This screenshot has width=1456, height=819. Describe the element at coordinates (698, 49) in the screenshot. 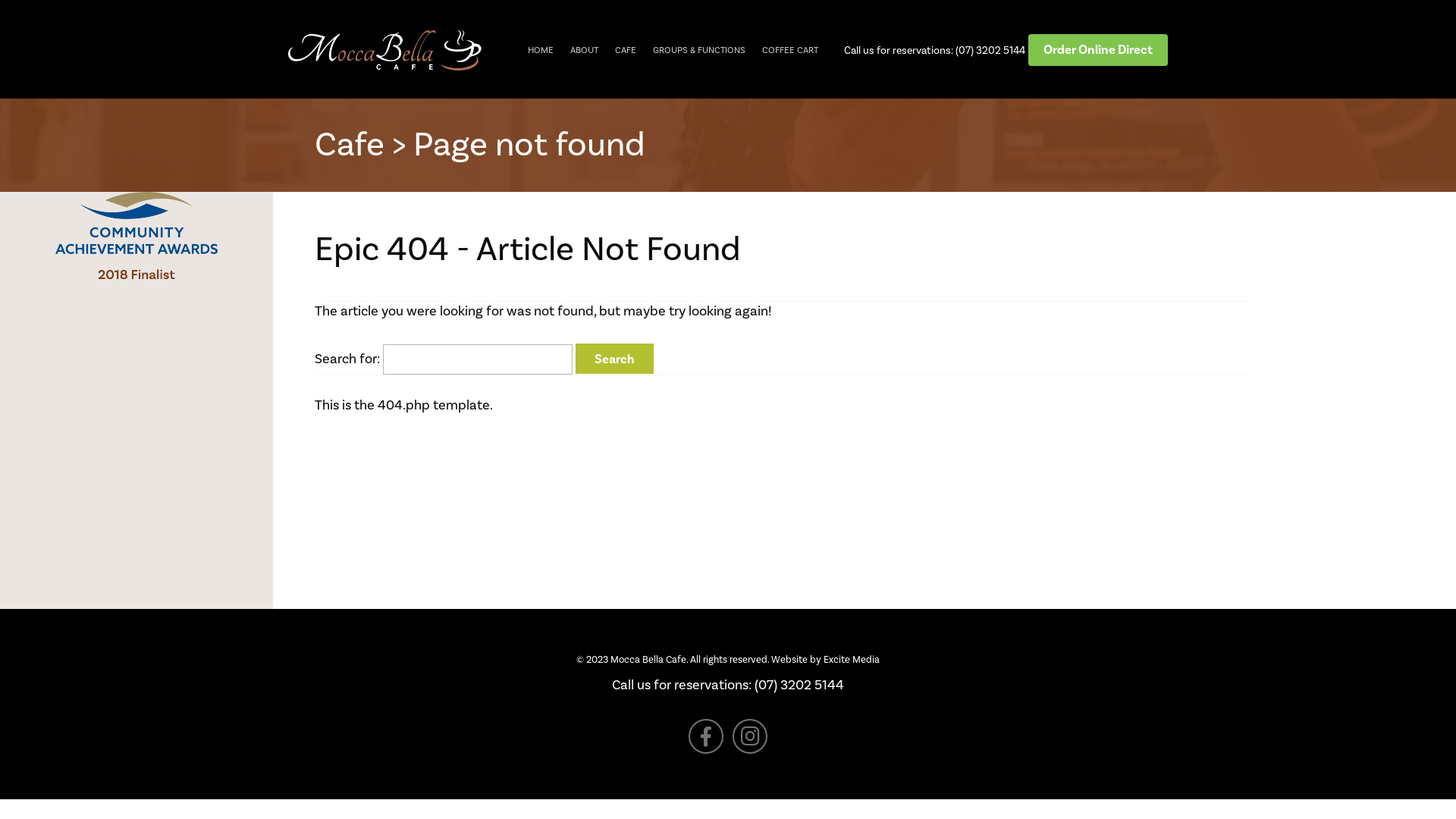

I see `'GROUPS & FUNCTIONS'` at that location.